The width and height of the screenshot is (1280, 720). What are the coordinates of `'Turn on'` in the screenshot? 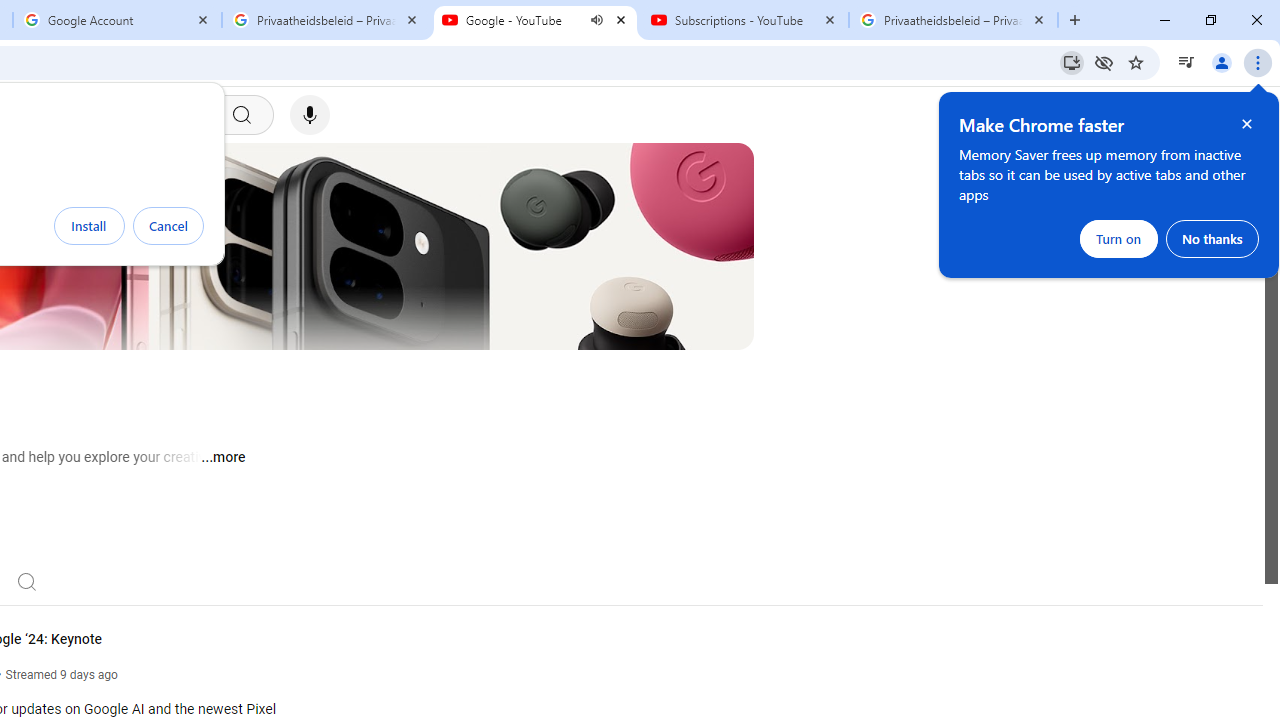 It's located at (1118, 238).